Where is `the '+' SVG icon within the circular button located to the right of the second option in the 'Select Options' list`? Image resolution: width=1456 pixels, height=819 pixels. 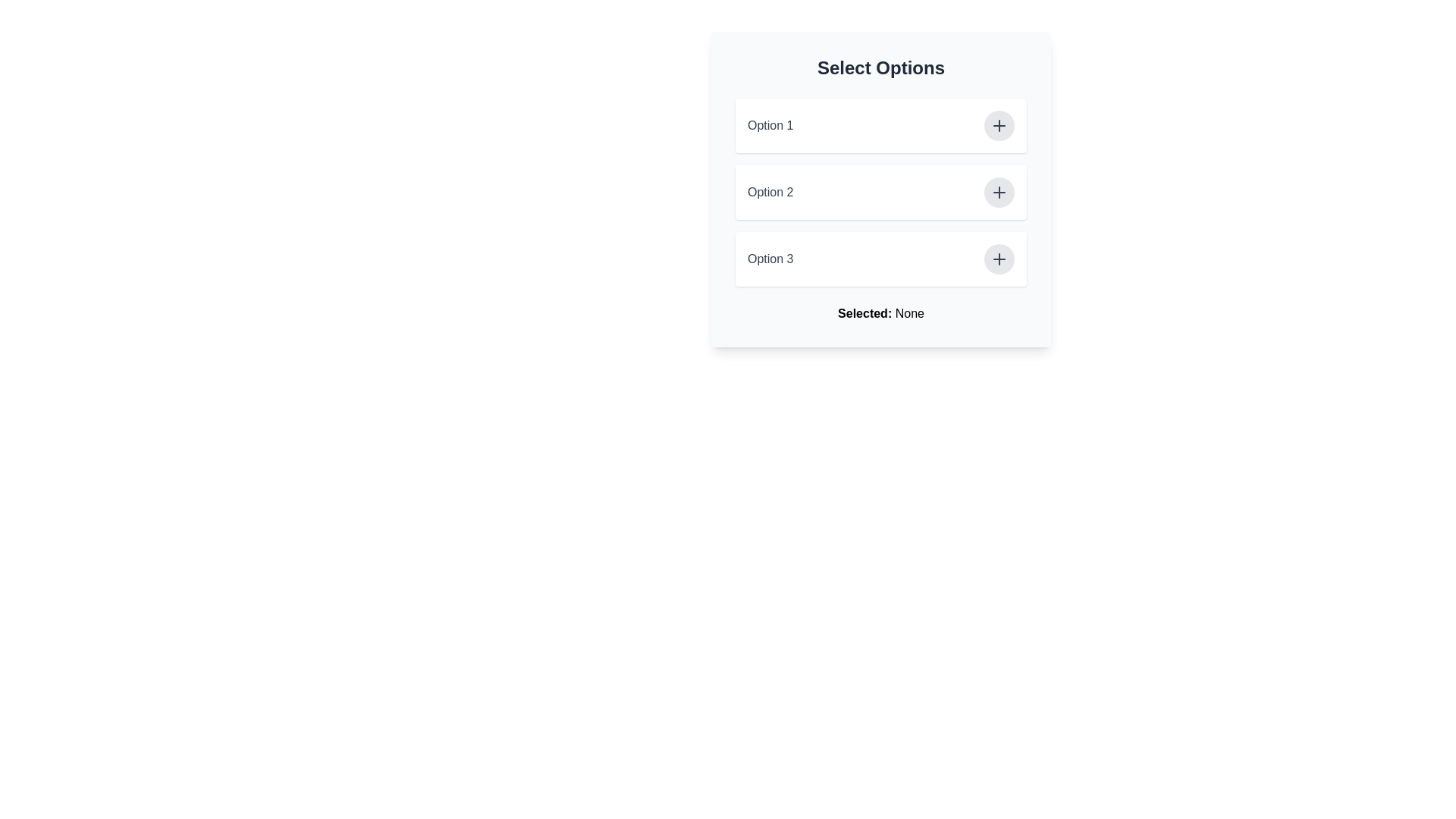 the '+' SVG icon within the circular button located to the right of the second option in the 'Select Options' list is located at coordinates (999, 192).